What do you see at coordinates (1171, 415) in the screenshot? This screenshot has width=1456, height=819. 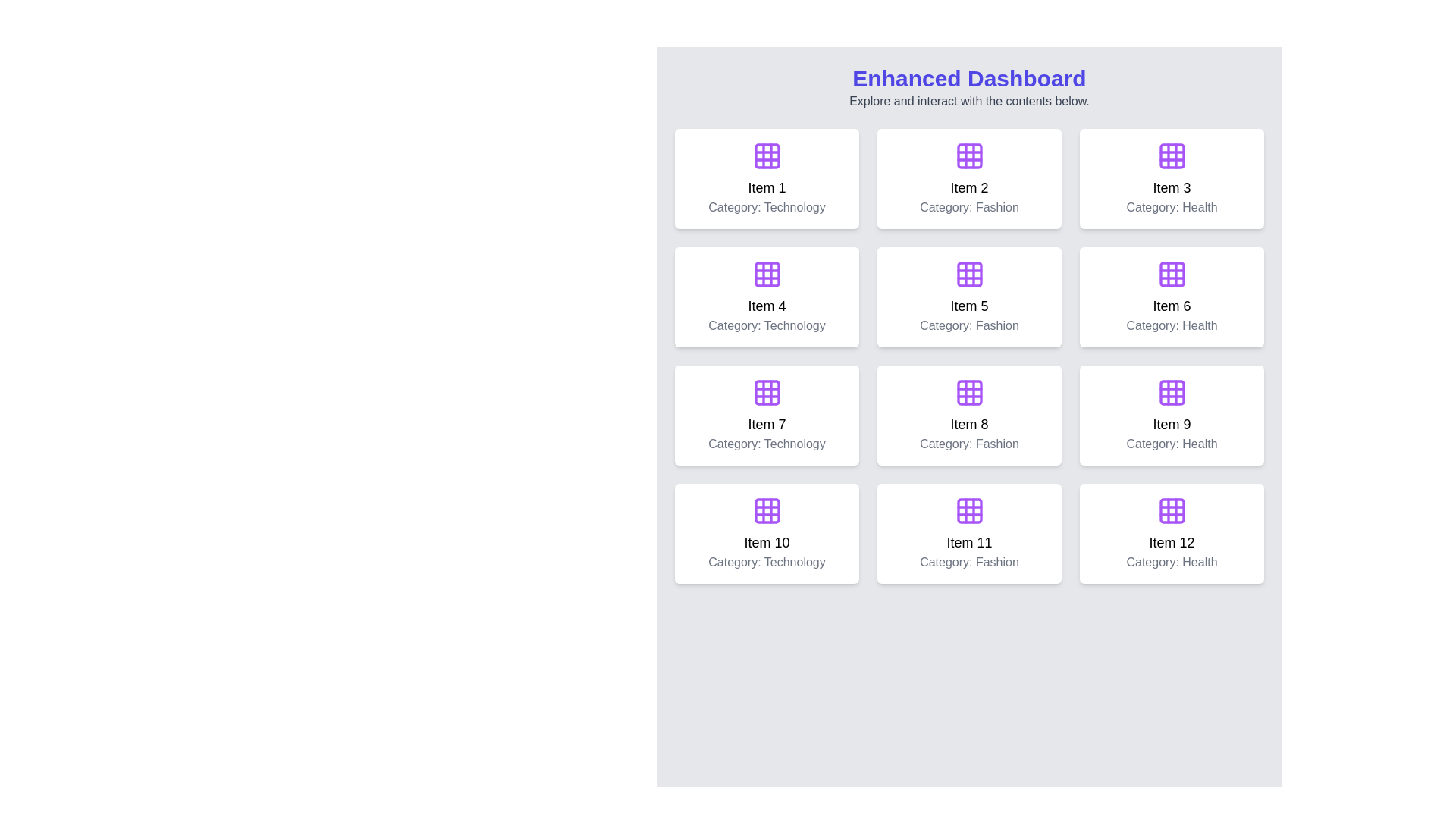 I see `the 'Item 9' card in the 3rd column of the 3rd row on the dashboard, which represents health information` at bounding box center [1171, 415].